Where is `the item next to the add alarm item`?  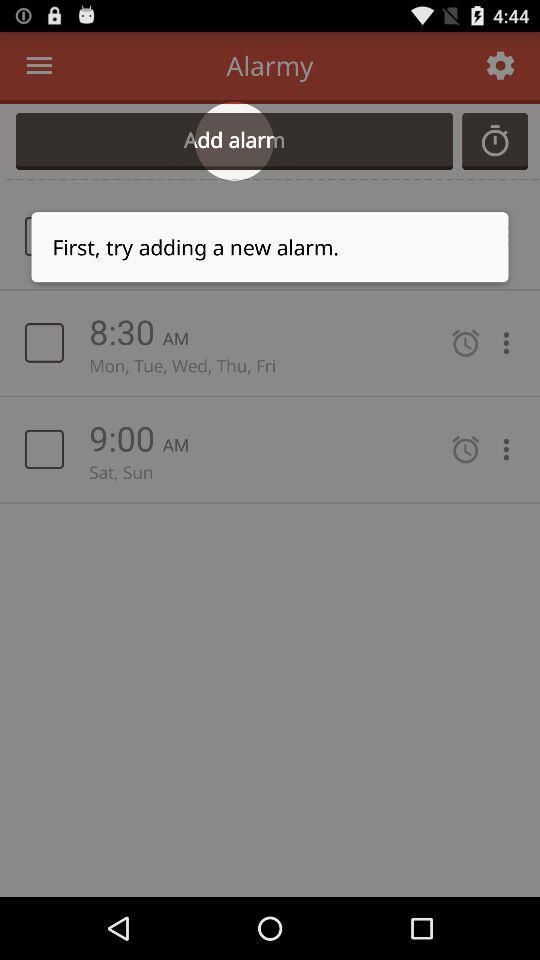
the item next to the add alarm item is located at coordinates (494, 140).